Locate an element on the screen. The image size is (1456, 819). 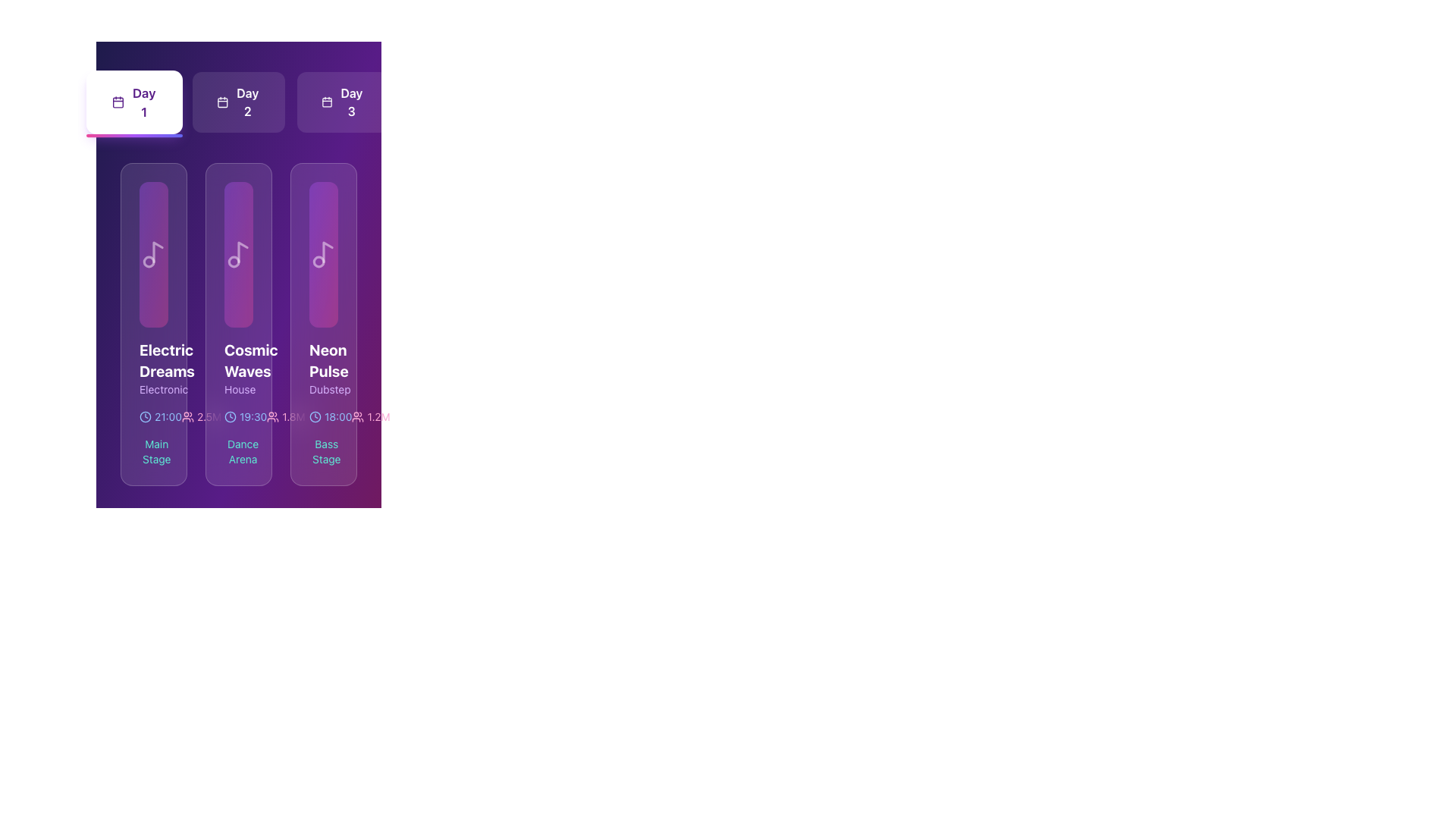
the 'Electric Dreams' text label, which features bold white text and is situated in a purple background within the 'Day 1' schedule section is located at coordinates (153, 369).